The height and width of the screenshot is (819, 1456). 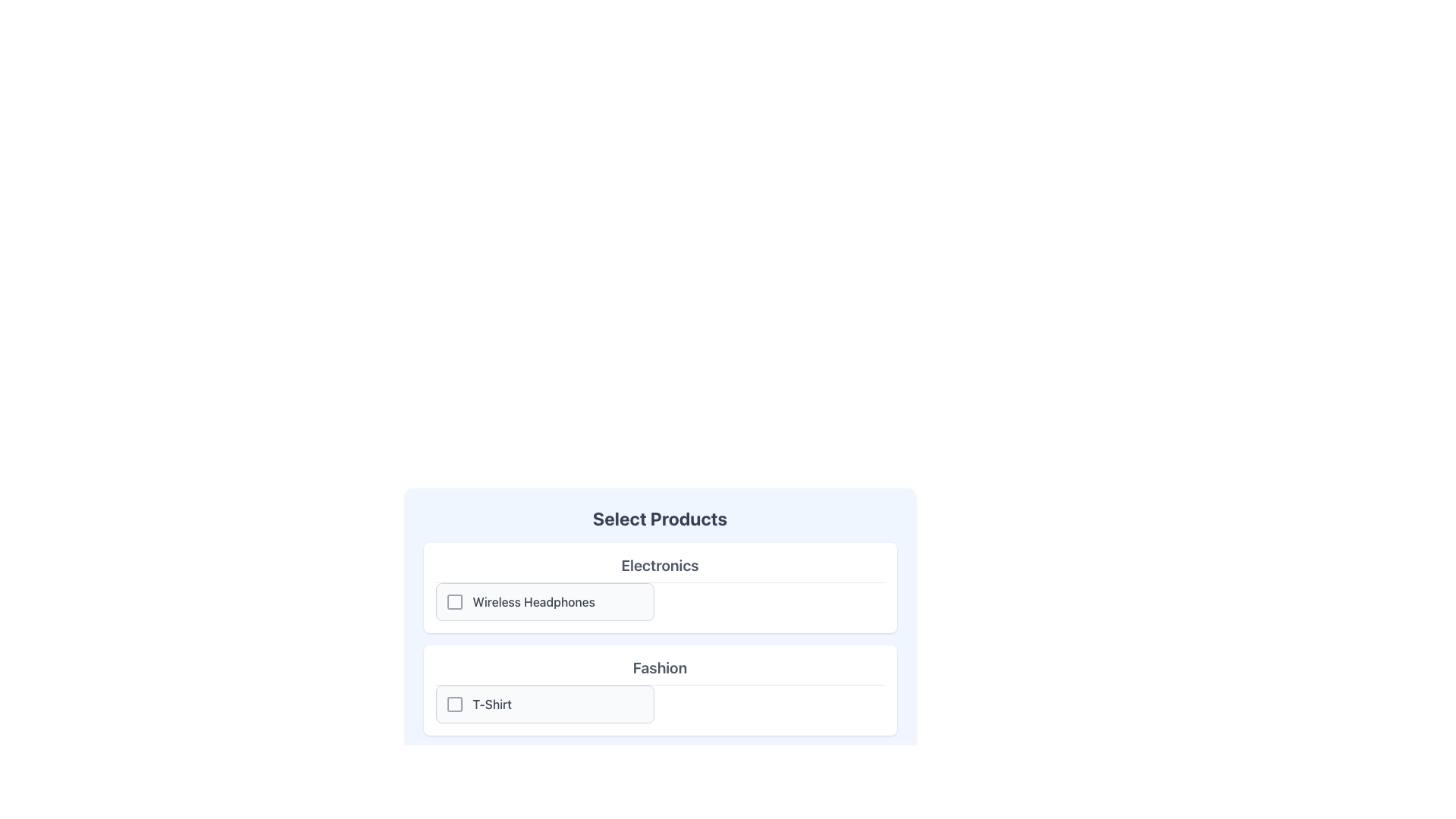 What do you see at coordinates (544, 601) in the screenshot?
I see `the 'Wireless Headphones' checkbox list item` at bounding box center [544, 601].